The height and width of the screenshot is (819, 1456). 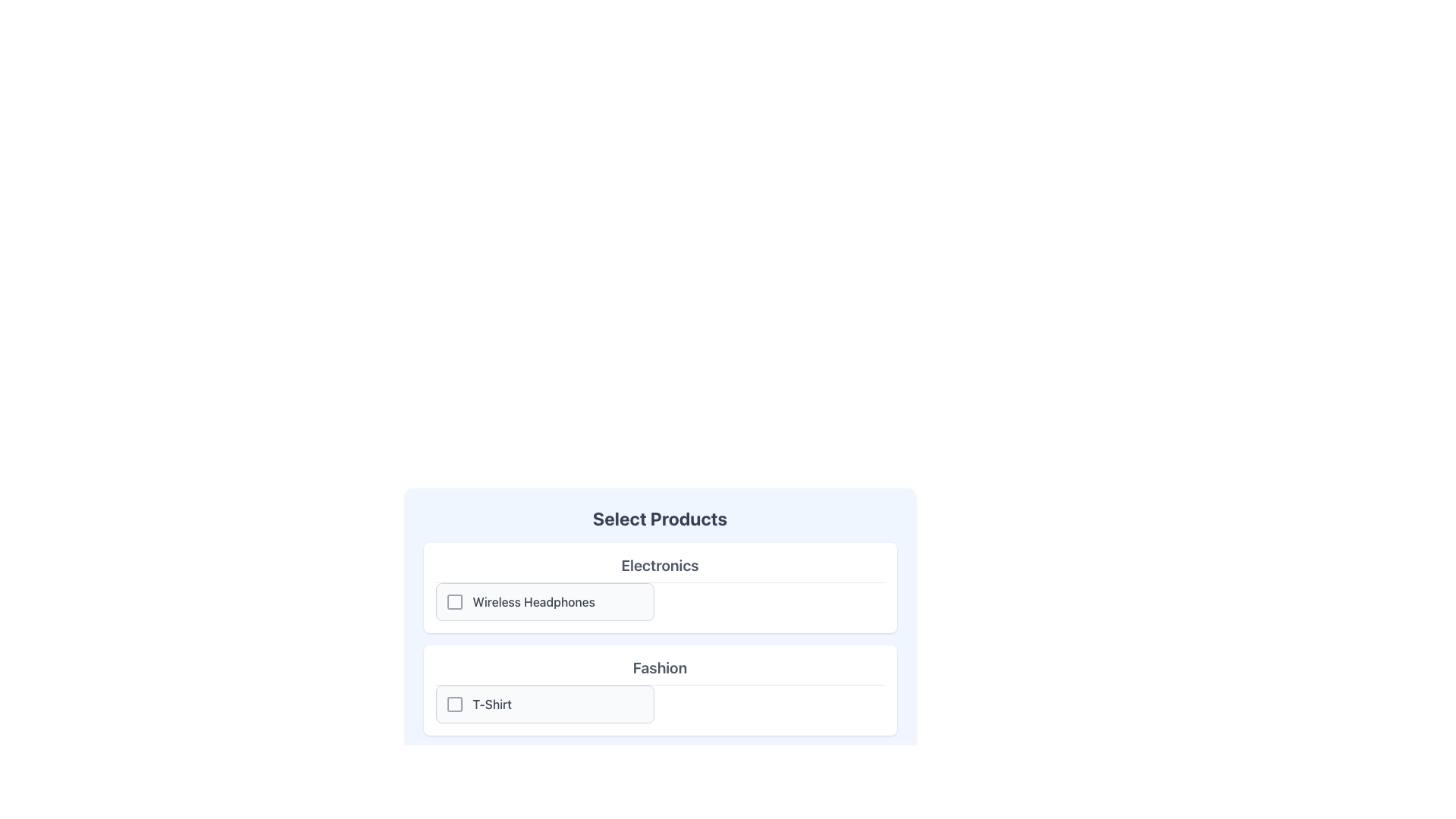 What do you see at coordinates (544, 601) in the screenshot?
I see `the 'Wireless Headphones' checkbox list item` at bounding box center [544, 601].